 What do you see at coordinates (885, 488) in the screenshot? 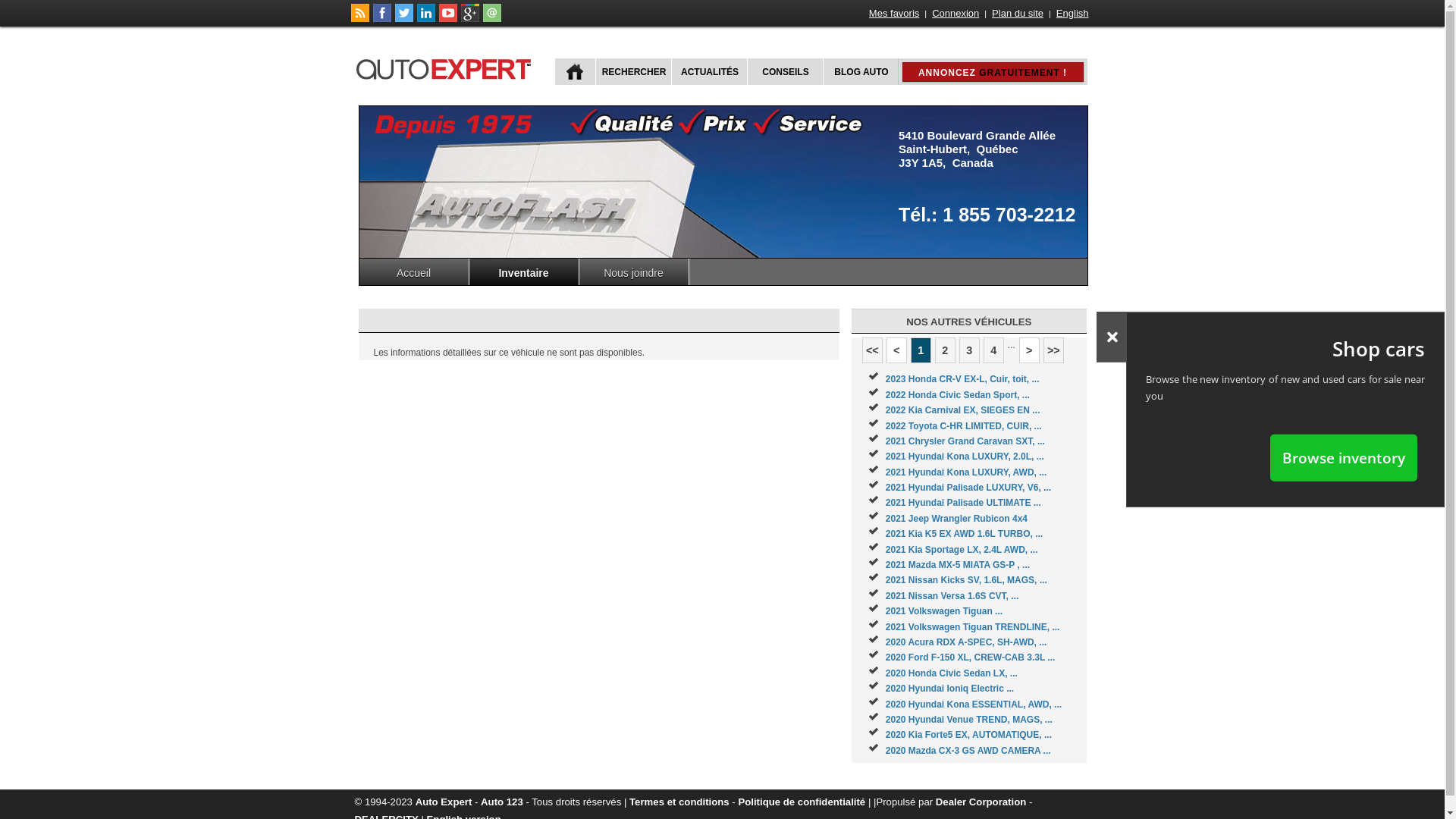
I see `'2021 Hyundai Palisade LUXURY, V6, ...'` at bounding box center [885, 488].